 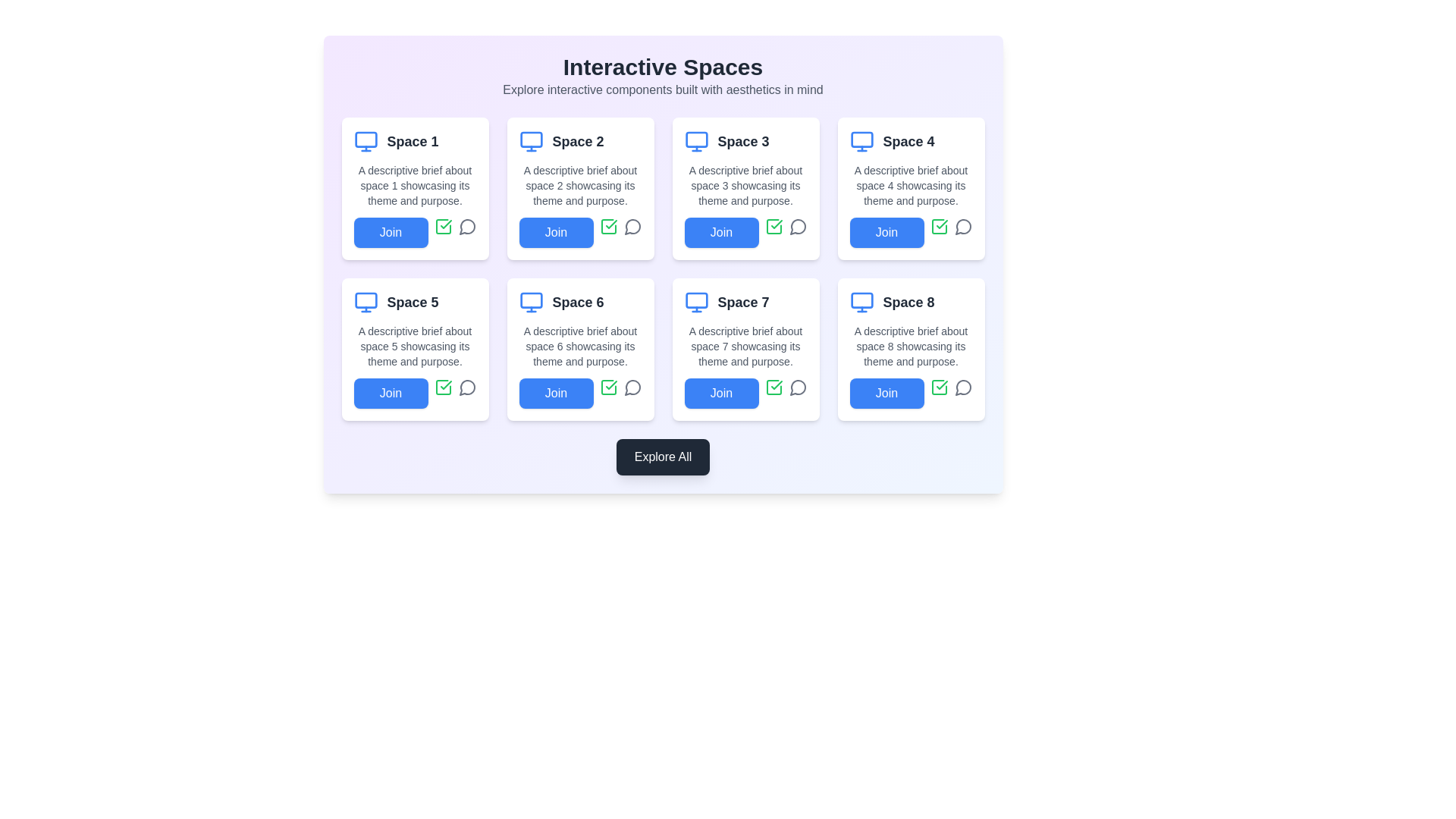 I want to click on the Icon located in the third card component of the top row in the grid layout, so click(x=773, y=227).